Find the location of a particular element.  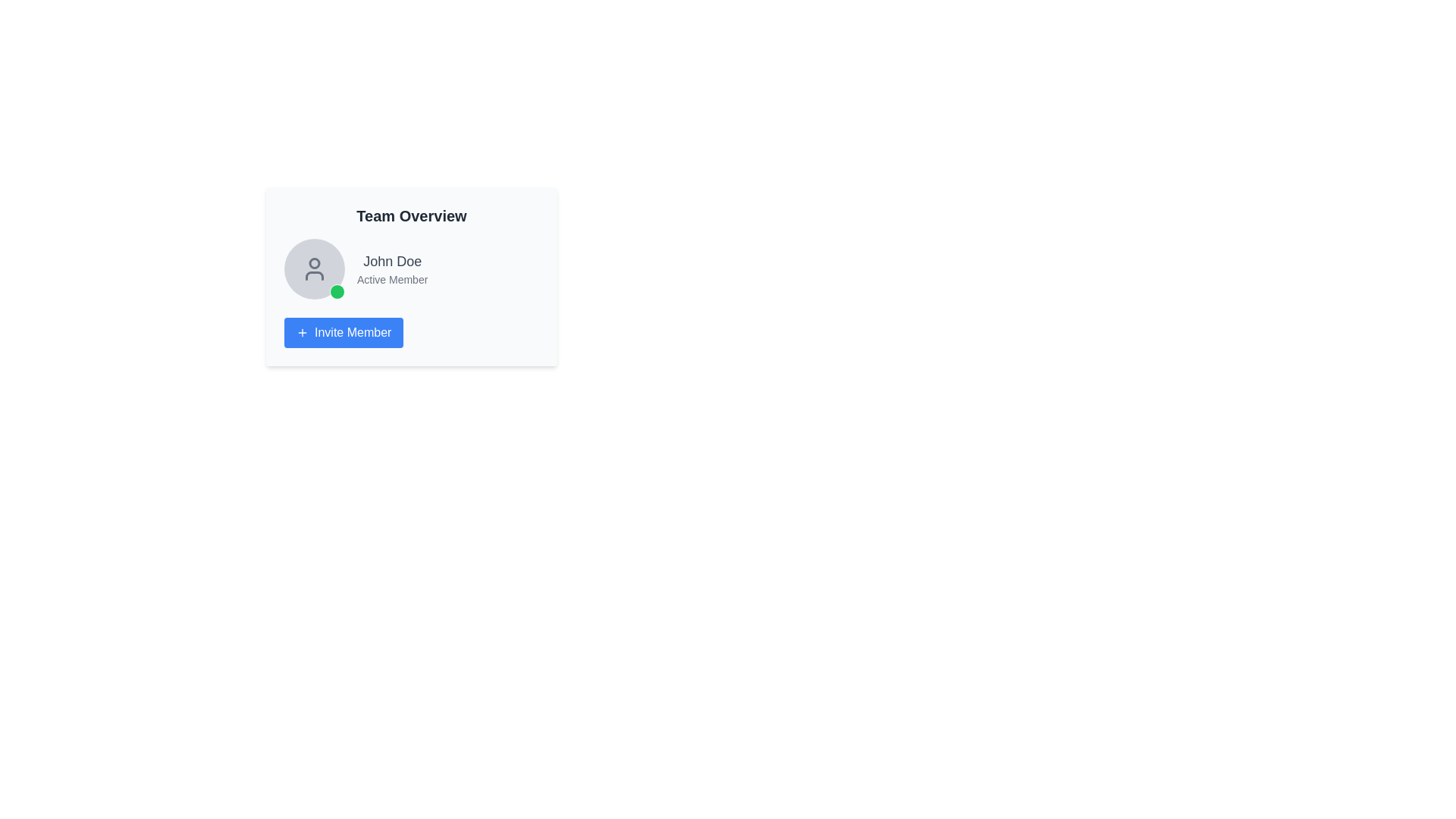

the button labeled 'Invite Member' with a blue background and a white plus symbol located at the bottom of the 'Team Overview' card to trigger hover effects is located at coordinates (343, 332).